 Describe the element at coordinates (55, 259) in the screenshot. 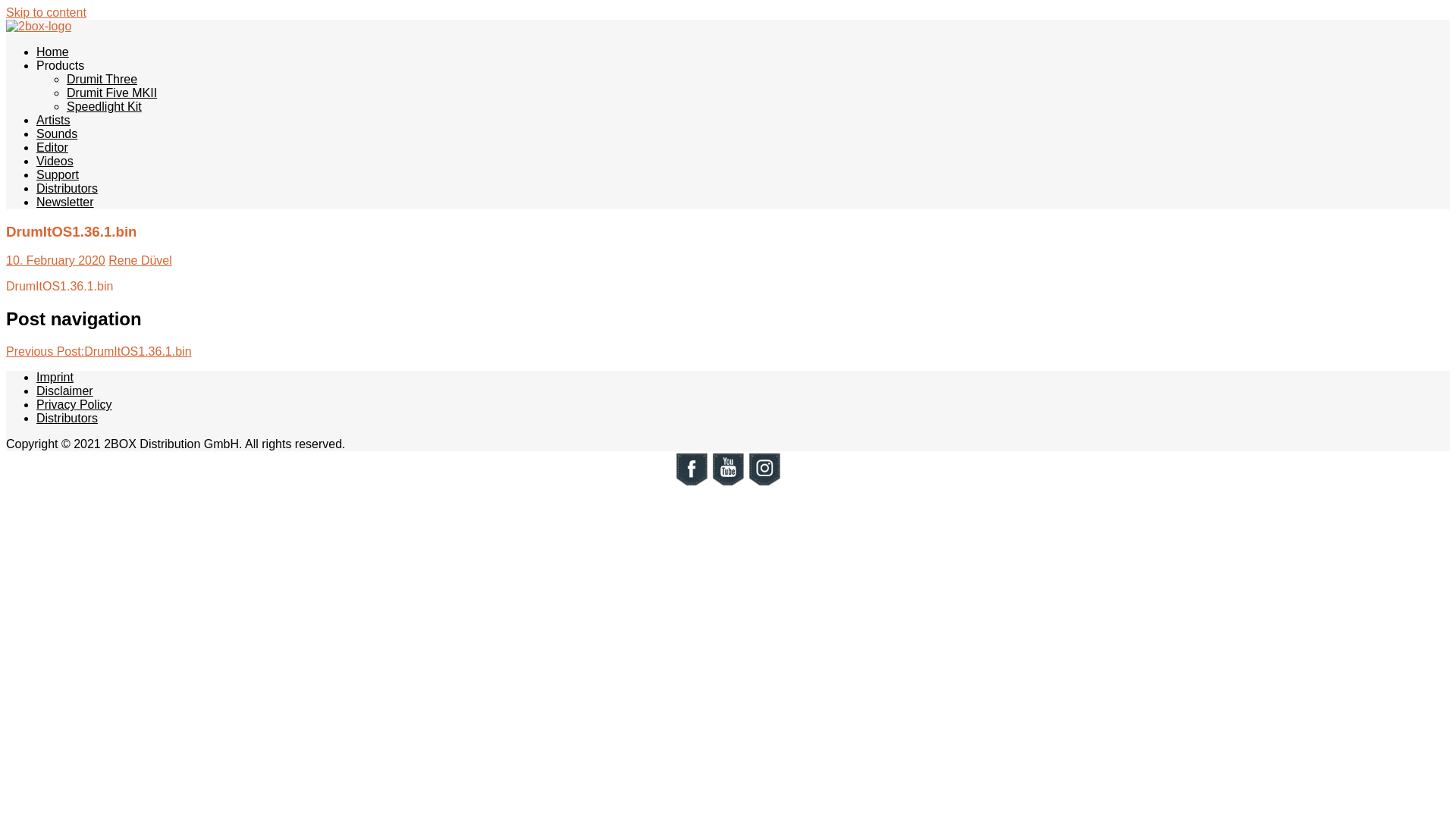

I see `'10. February 2020'` at that location.